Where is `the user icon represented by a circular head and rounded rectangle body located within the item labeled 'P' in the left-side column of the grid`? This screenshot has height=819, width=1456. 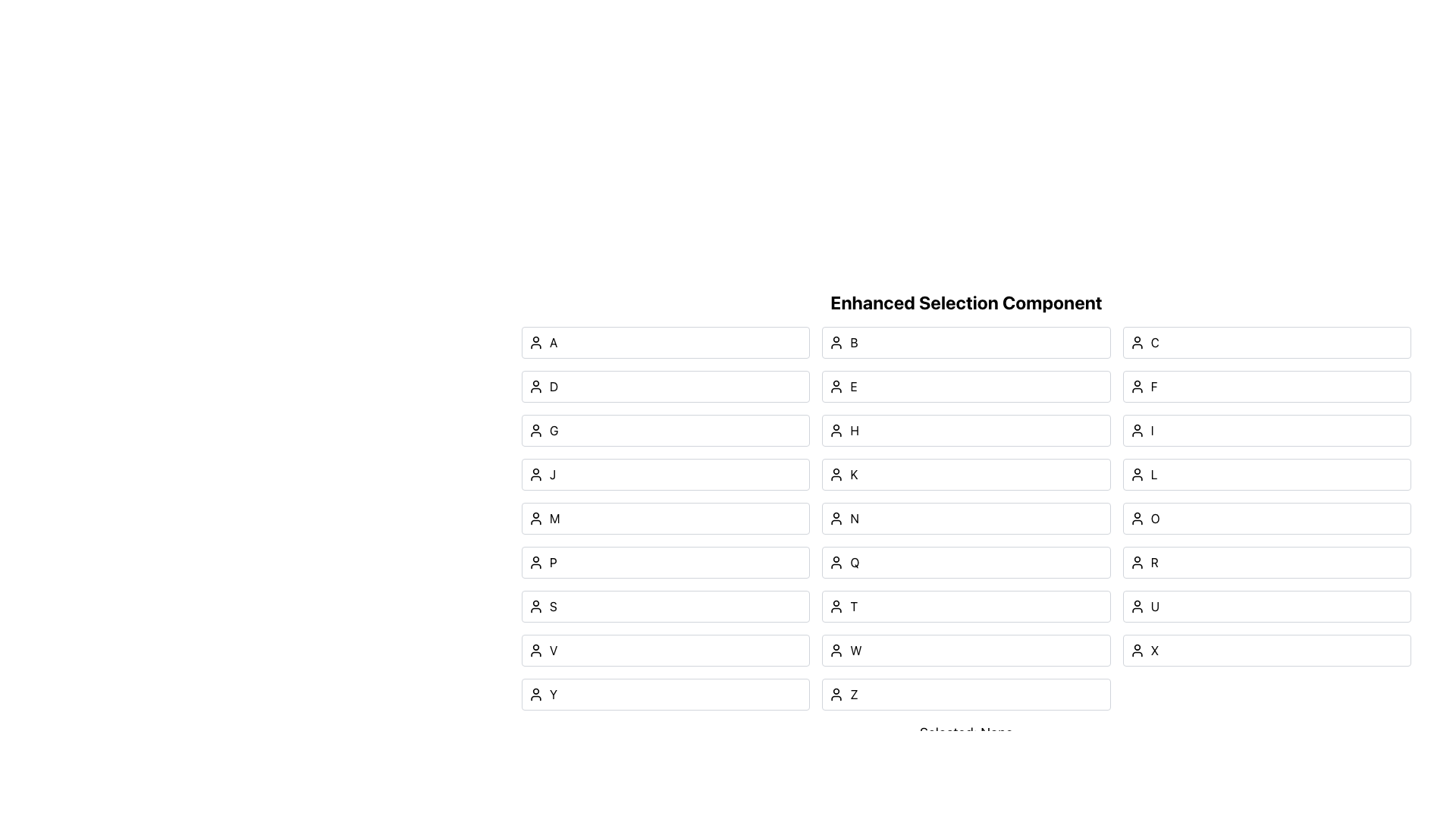
the user icon represented by a circular head and rounded rectangle body located within the item labeled 'P' in the left-side column of the grid is located at coordinates (535, 562).